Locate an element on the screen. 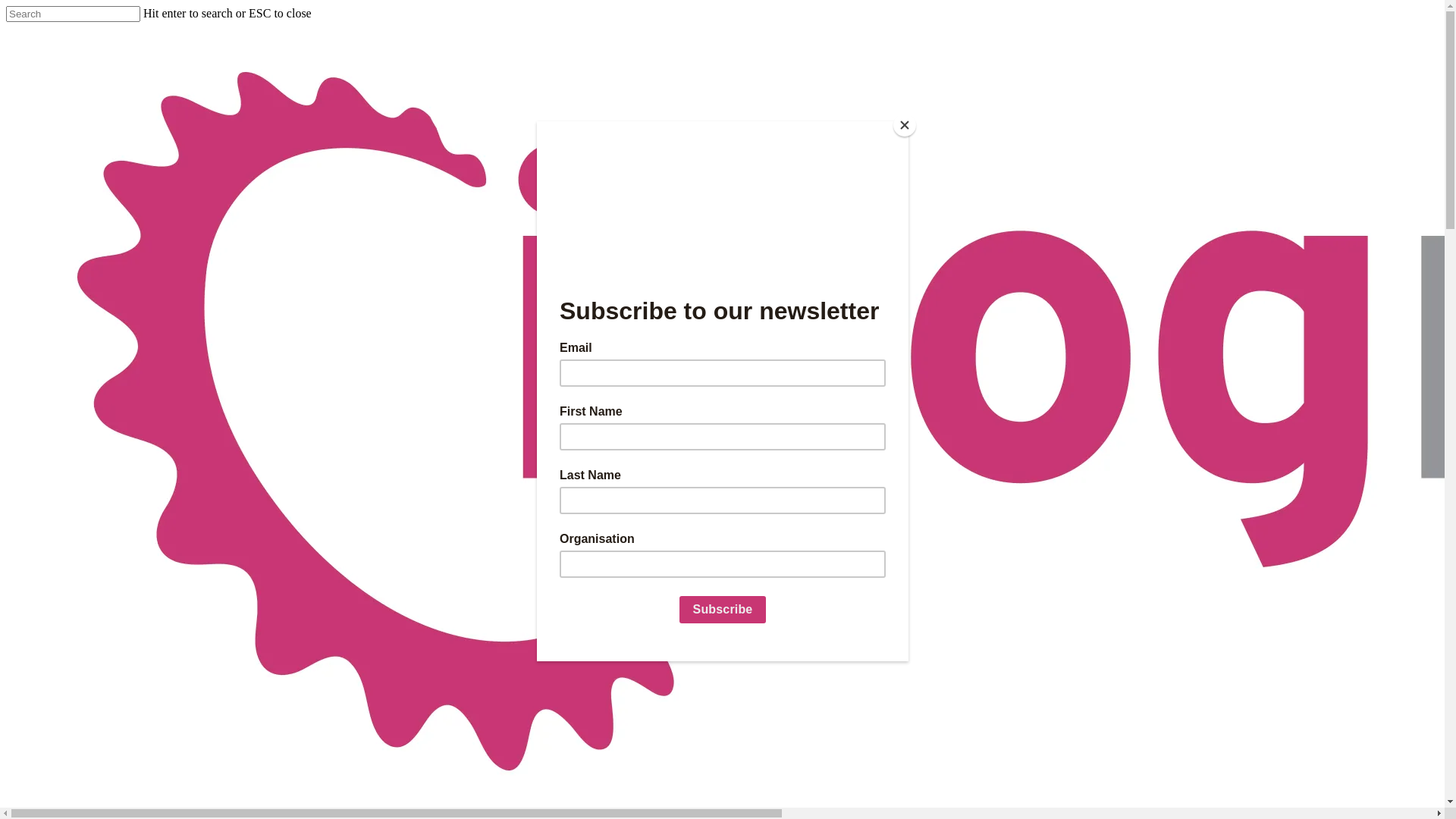 This screenshot has width=1456, height=819. 'Skip to main content' is located at coordinates (5, 5).